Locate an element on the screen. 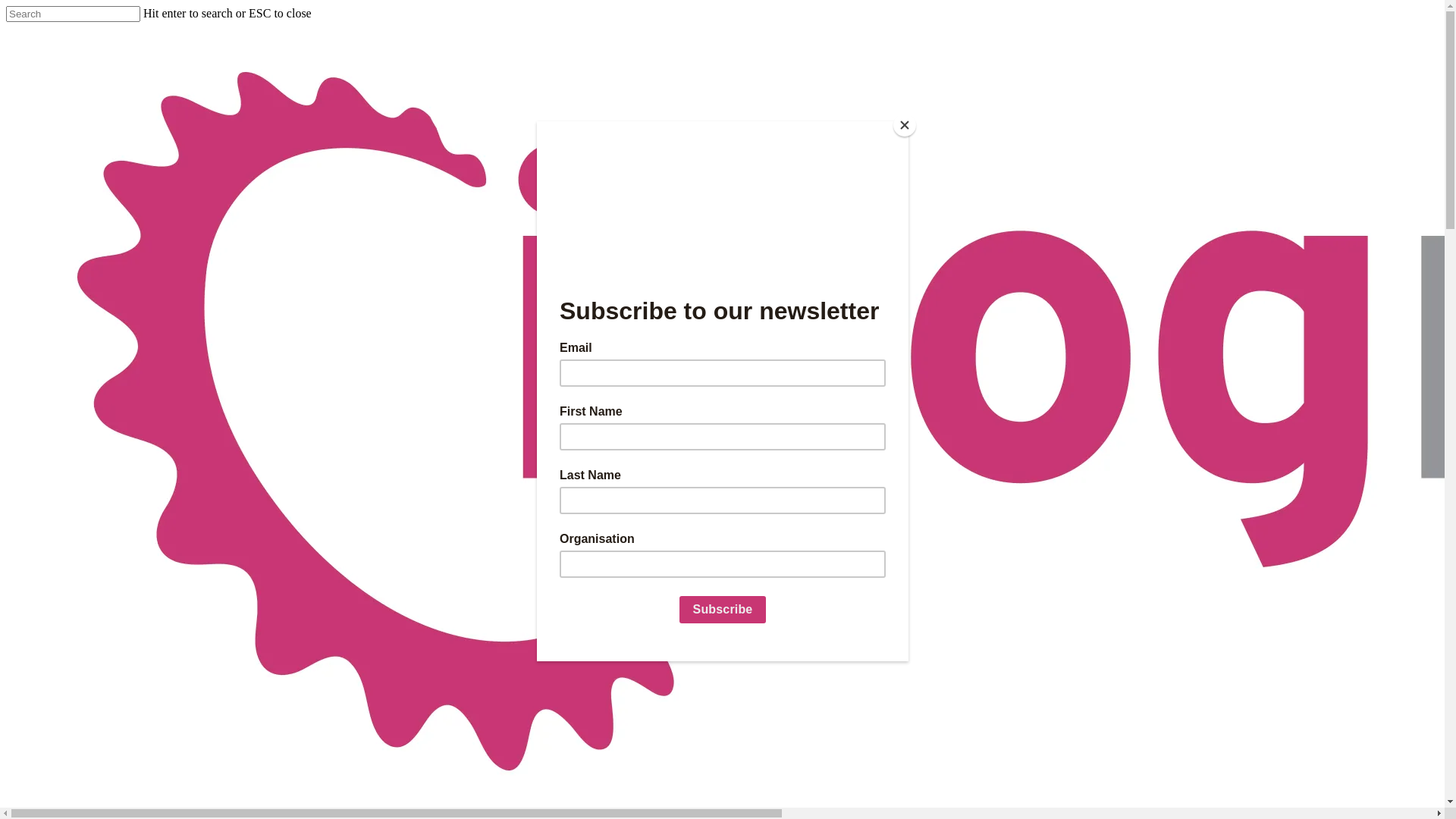 This screenshot has width=1456, height=819. 'Skip to main content' is located at coordinates (5, 5).